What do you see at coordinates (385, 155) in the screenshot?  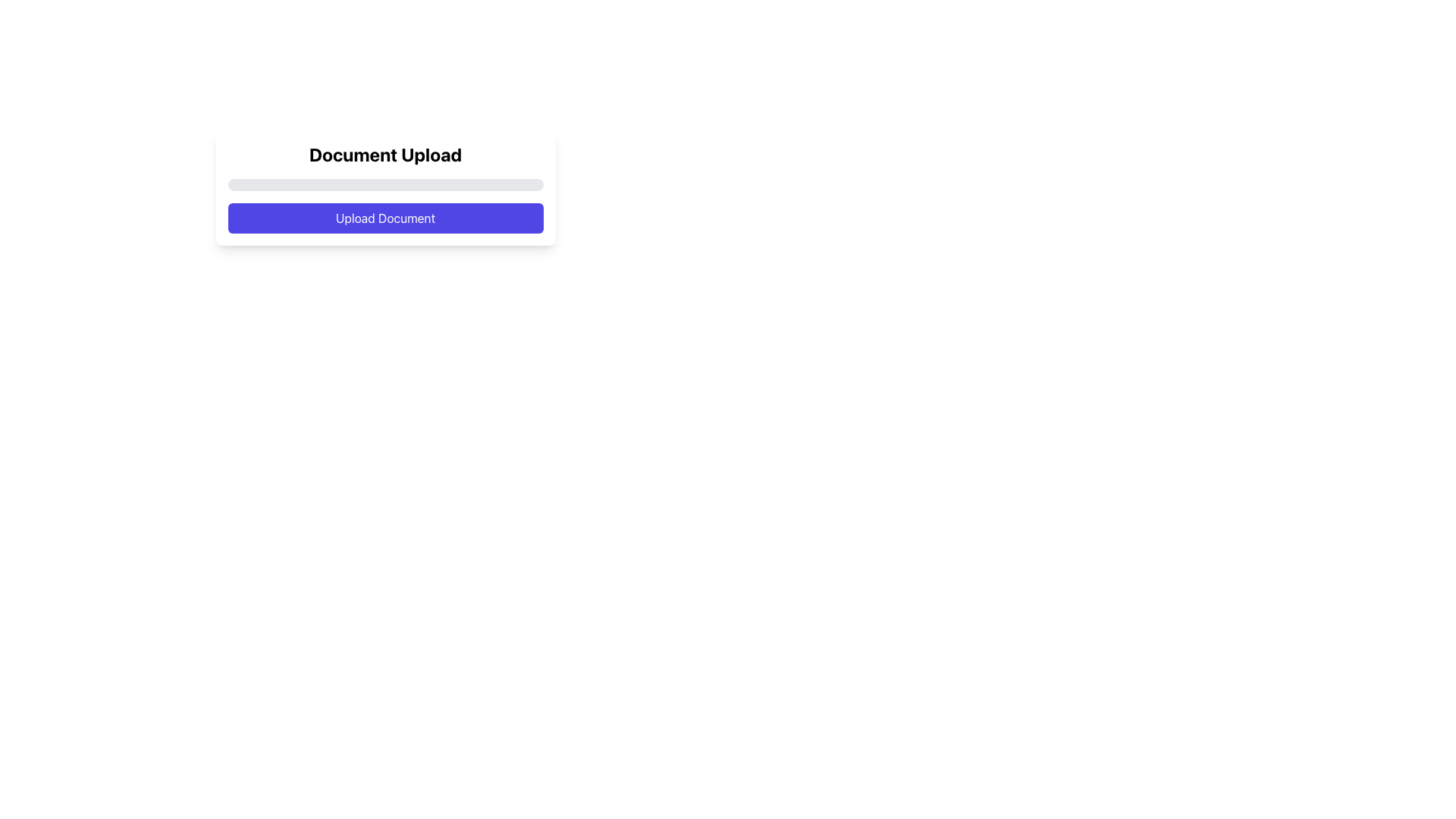 I see `heading text that indicates the section for uploading documents, located above the progress bar and 'Upload Document' button` at bounding box center [385, 155].